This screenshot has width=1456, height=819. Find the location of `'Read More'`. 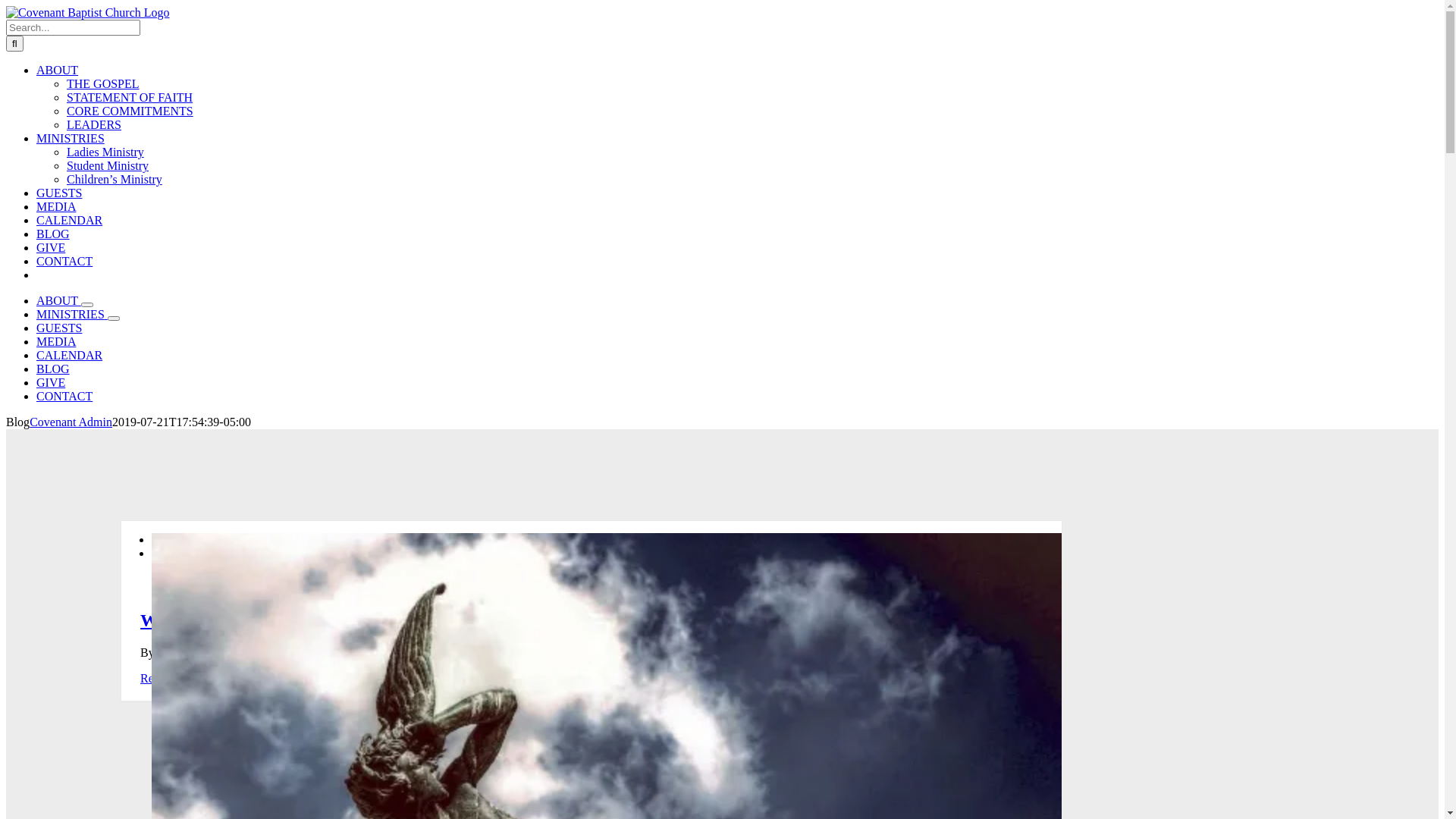

'Read More' is located at coordinates (167, 677).